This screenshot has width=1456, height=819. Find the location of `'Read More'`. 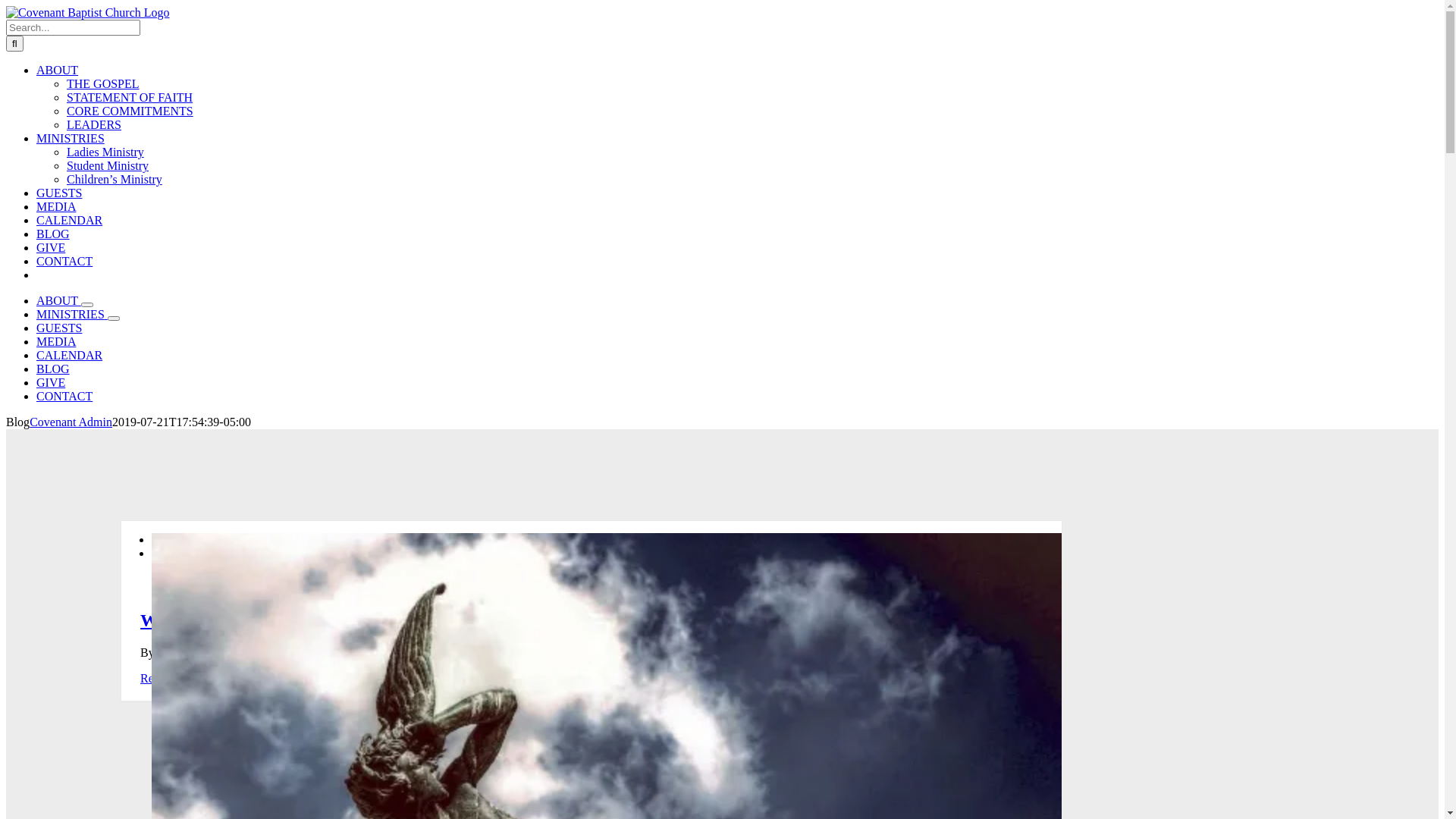

'Read More' is located at coordinates (167, 677).